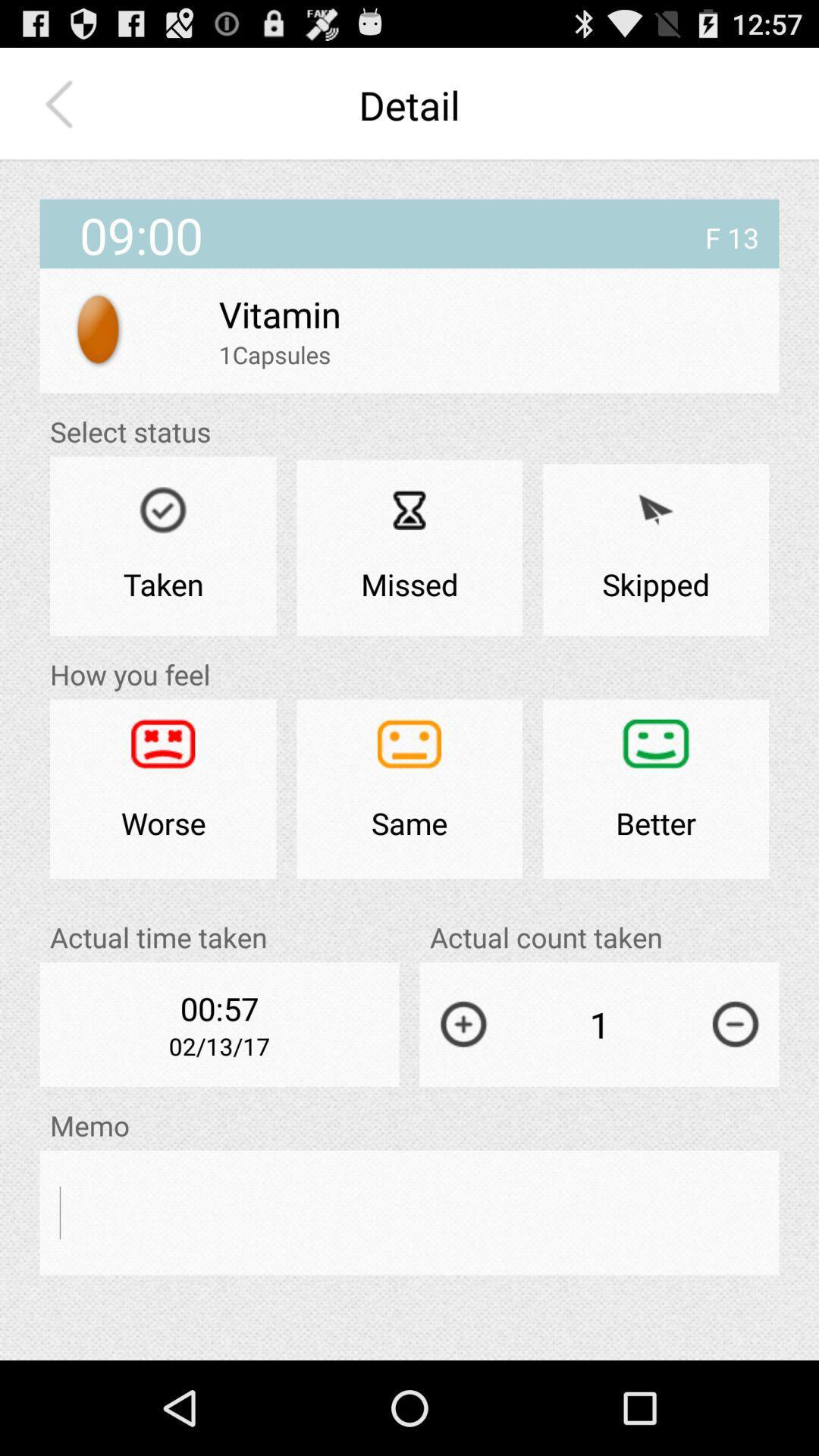  Describe the element at coordinates (409, 789) in the screenshot. I see `same` at that location.